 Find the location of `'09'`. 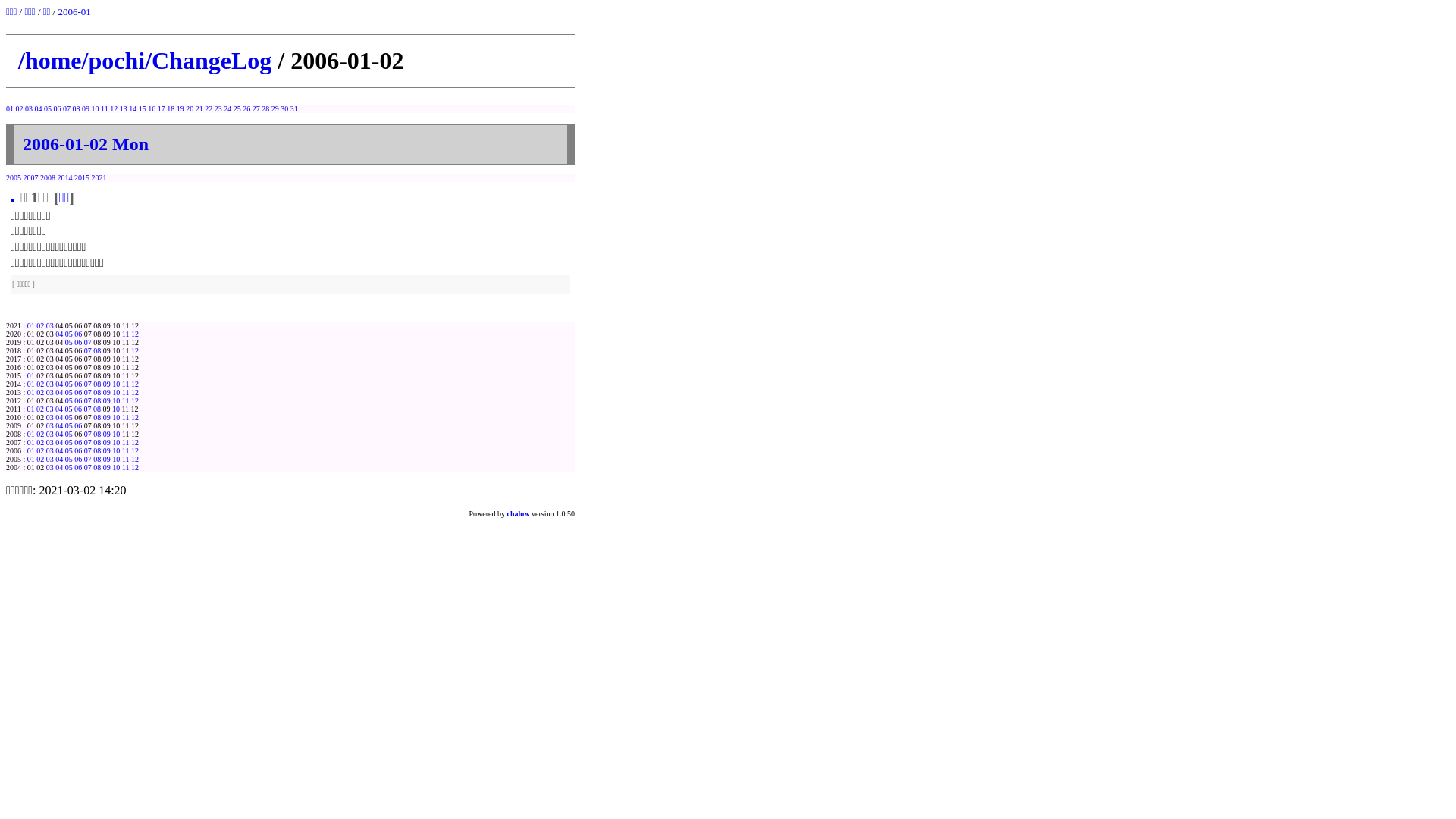

'09' is located at coordinates (85, 108).